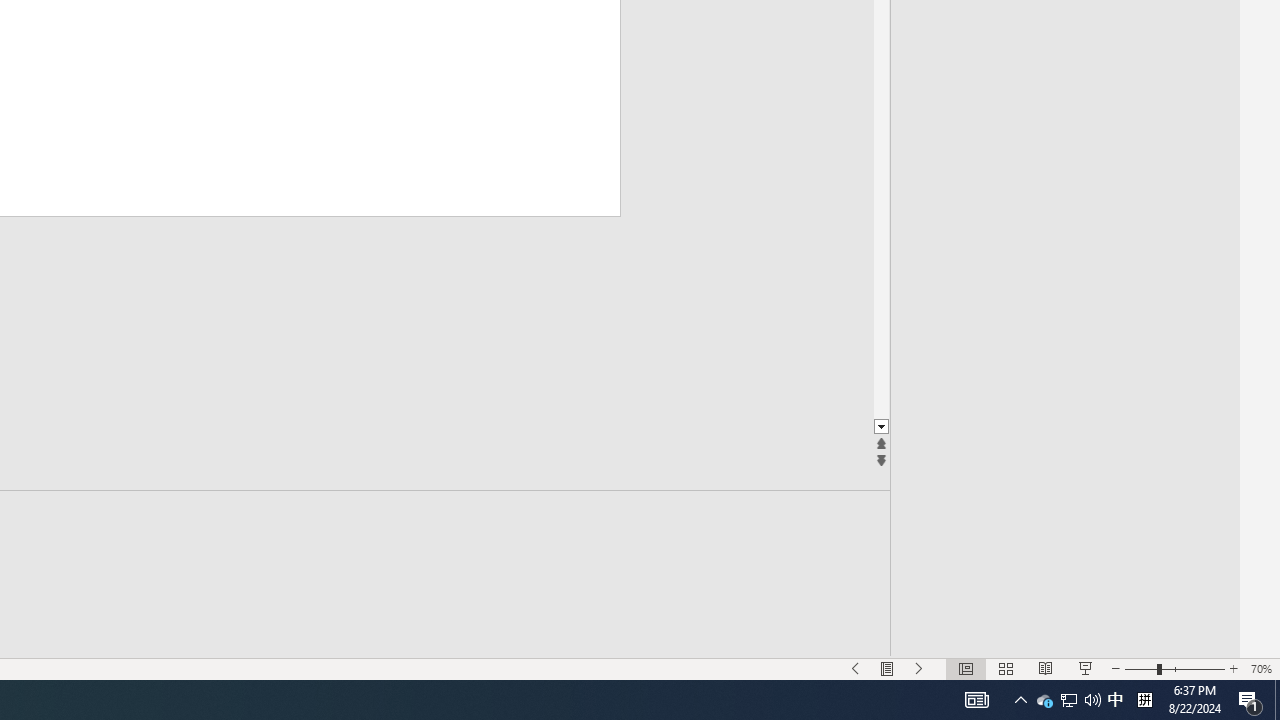  I want to click on 'Slide Show Previous On', so click(855, 669).